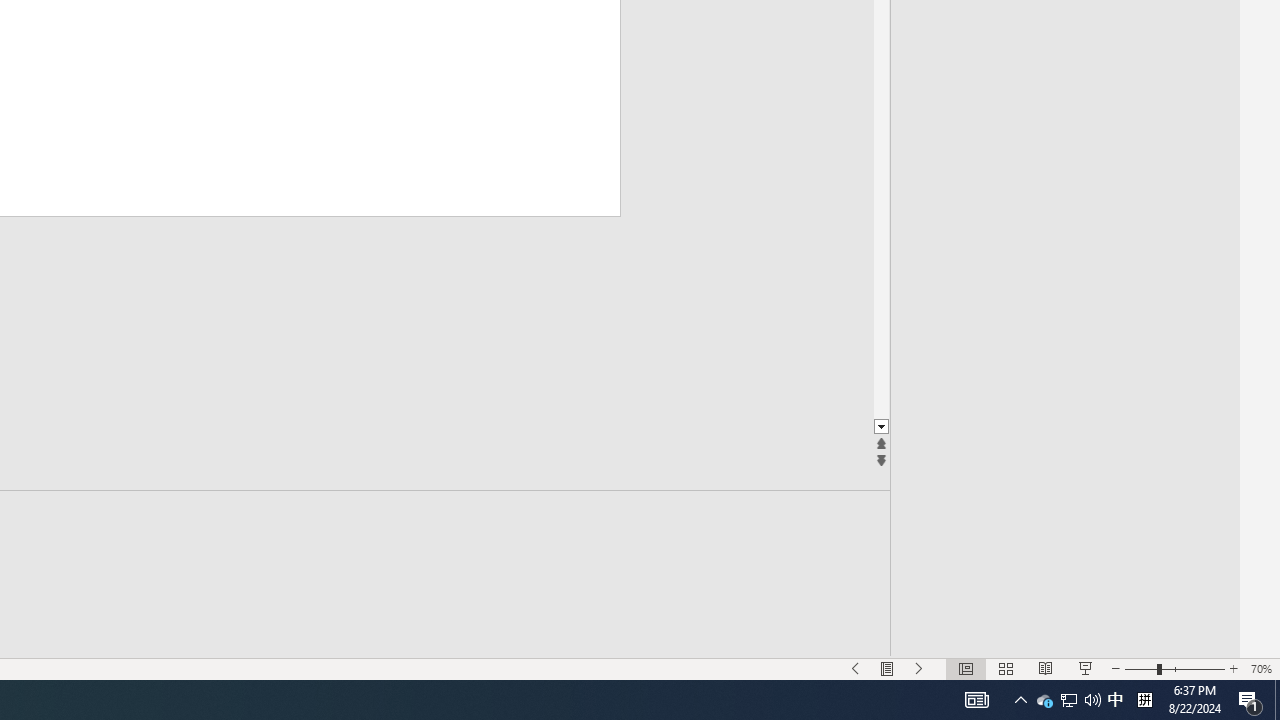  I want to click on 'Slide Show Previous On', so click(855, 669).